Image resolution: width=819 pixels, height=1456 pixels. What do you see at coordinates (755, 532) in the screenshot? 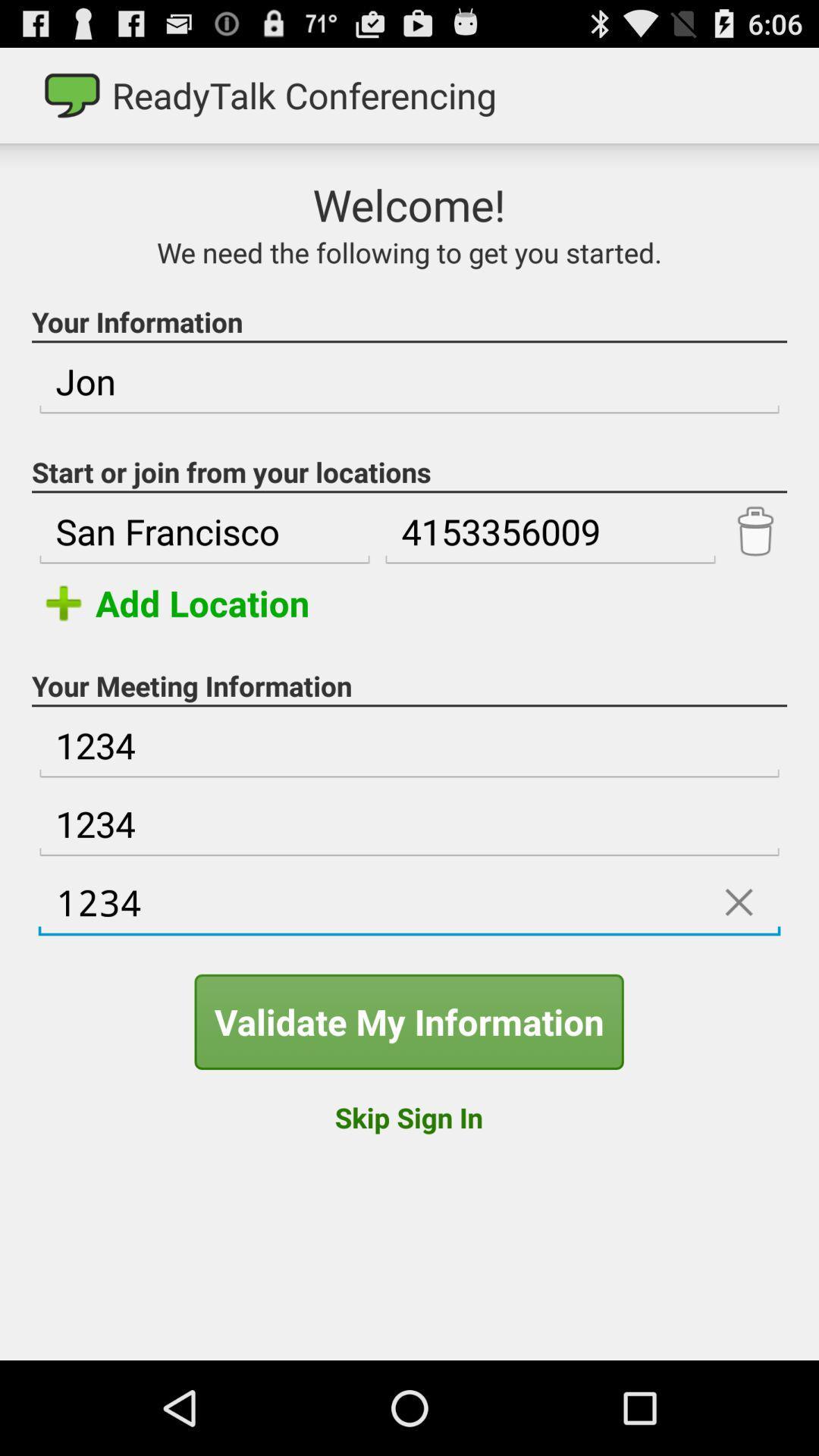
I see `item to the right of the 4153356009 icon` at bounding box center [755, 532].